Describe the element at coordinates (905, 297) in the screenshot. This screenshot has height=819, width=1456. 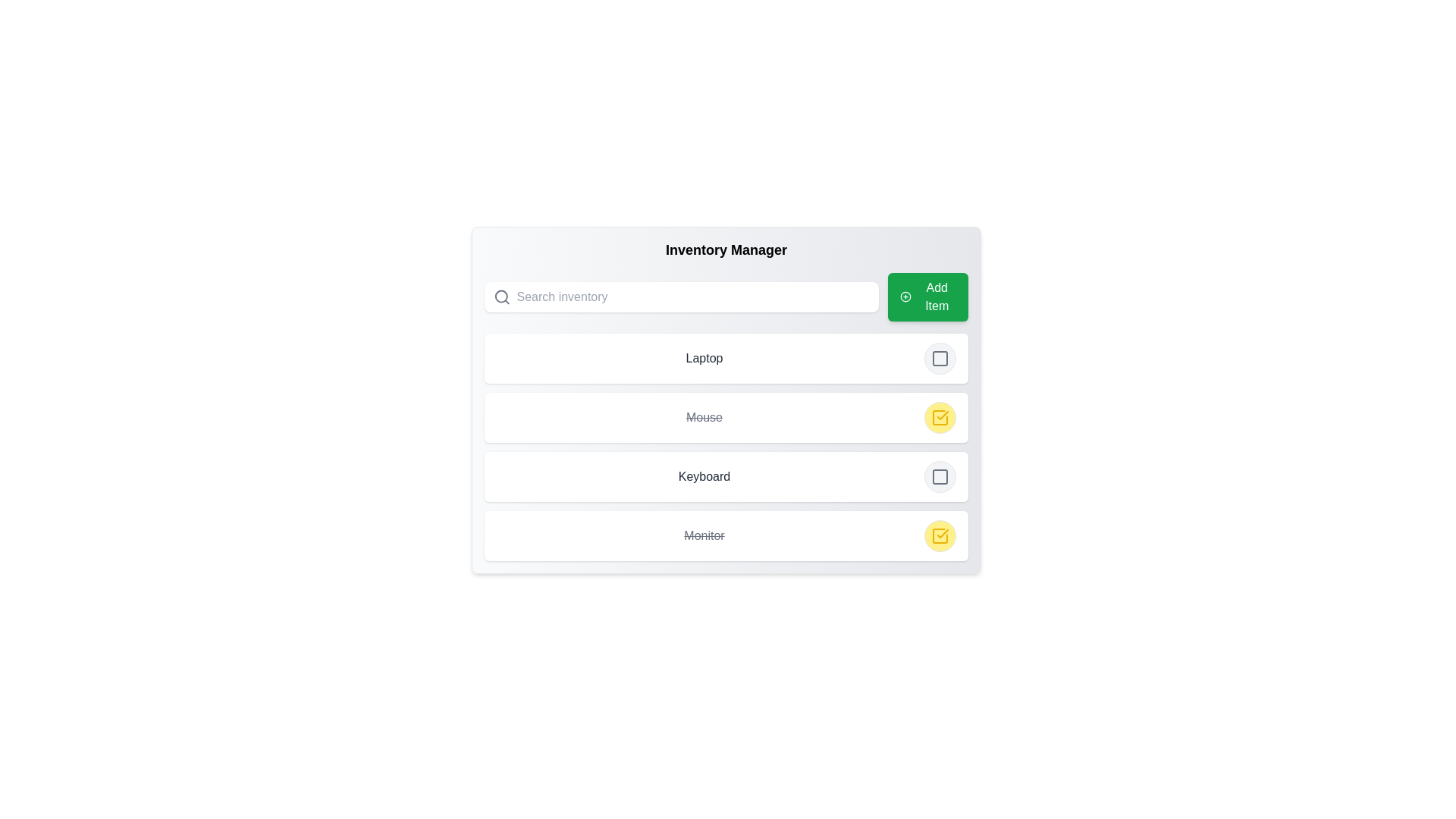
I see `the circular boundary element of the 'add' icon located near the top-right corner of the application's interface` at that location.